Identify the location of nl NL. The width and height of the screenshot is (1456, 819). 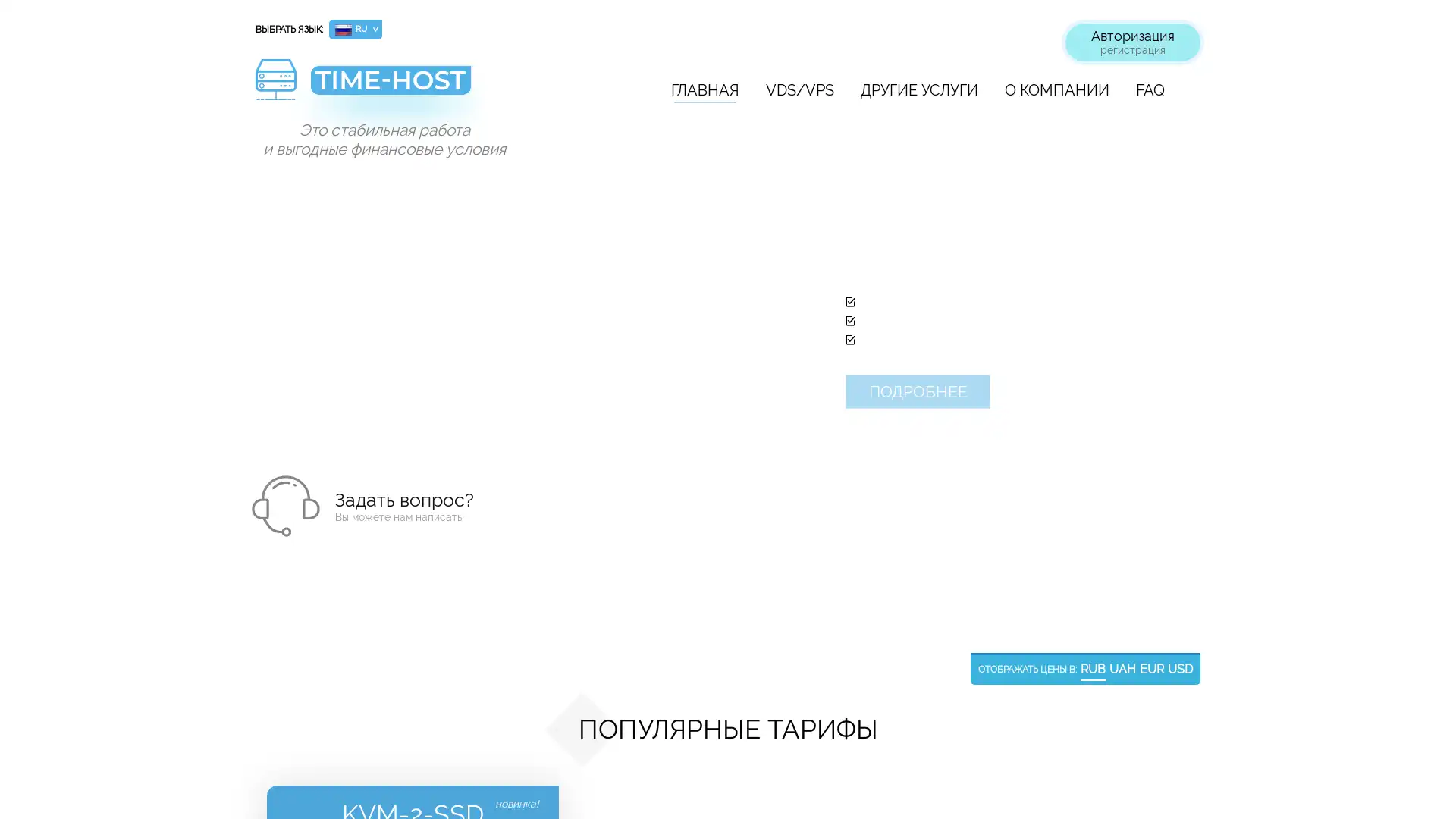
(355, 207).